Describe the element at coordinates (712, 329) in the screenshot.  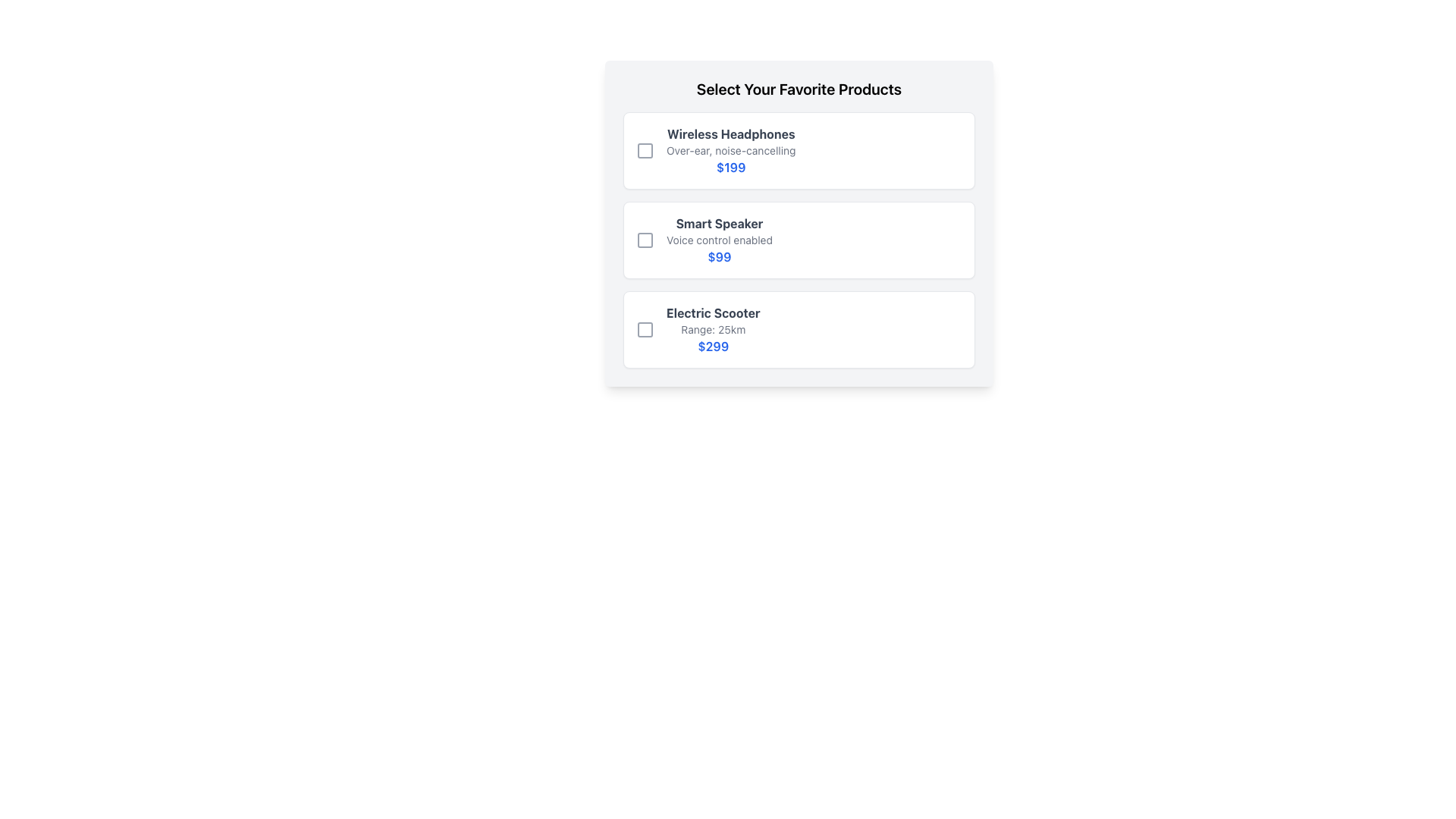
I see `the label displaying 'Range: 25km', which is located under the 'Electric Scooter' heading and above the price '$299'` at that location.